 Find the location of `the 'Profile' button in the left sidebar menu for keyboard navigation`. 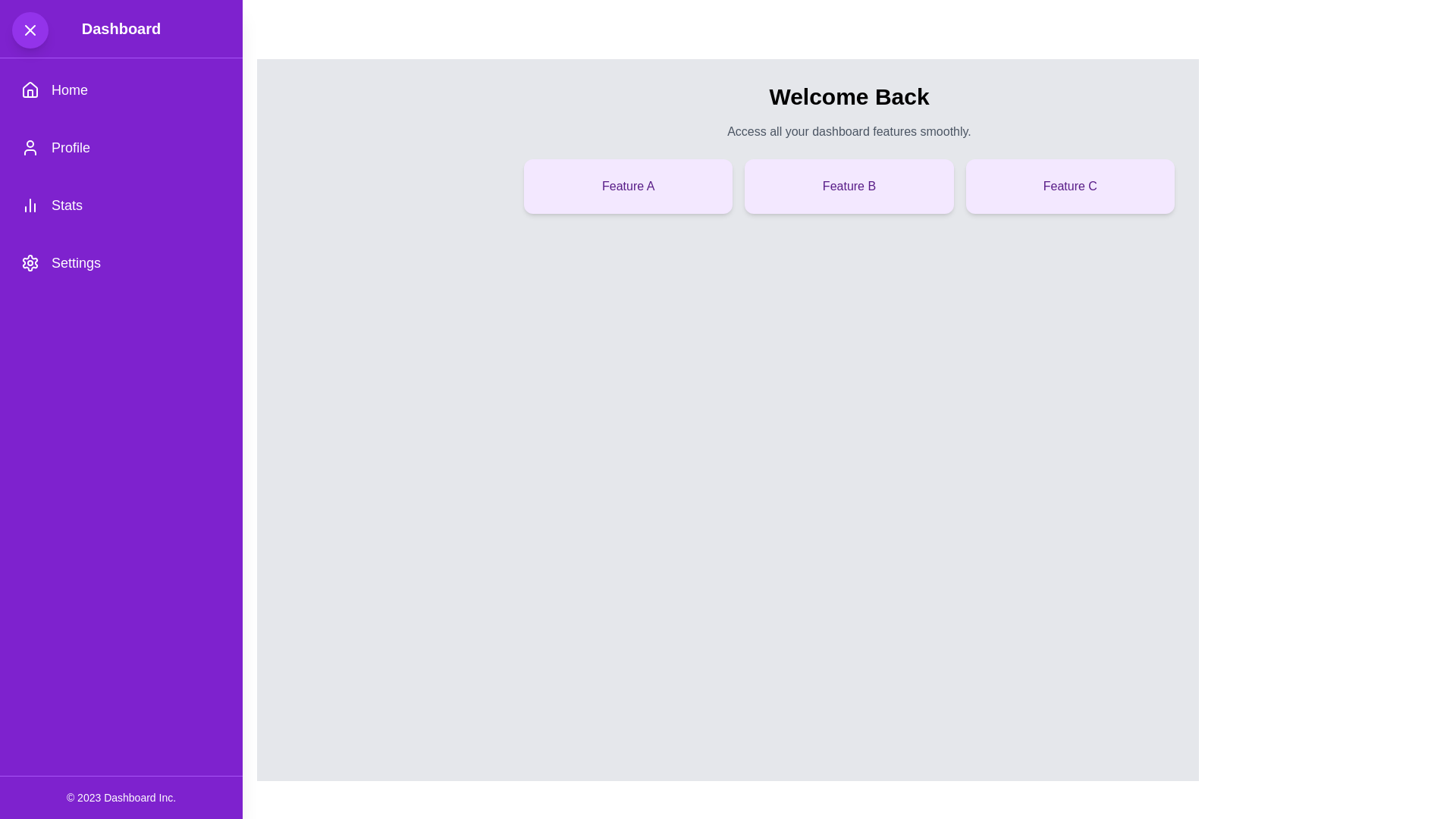

the 'Profile' button in the left sidebar menu for keyboard navigation is located at coordinates (55, 148).